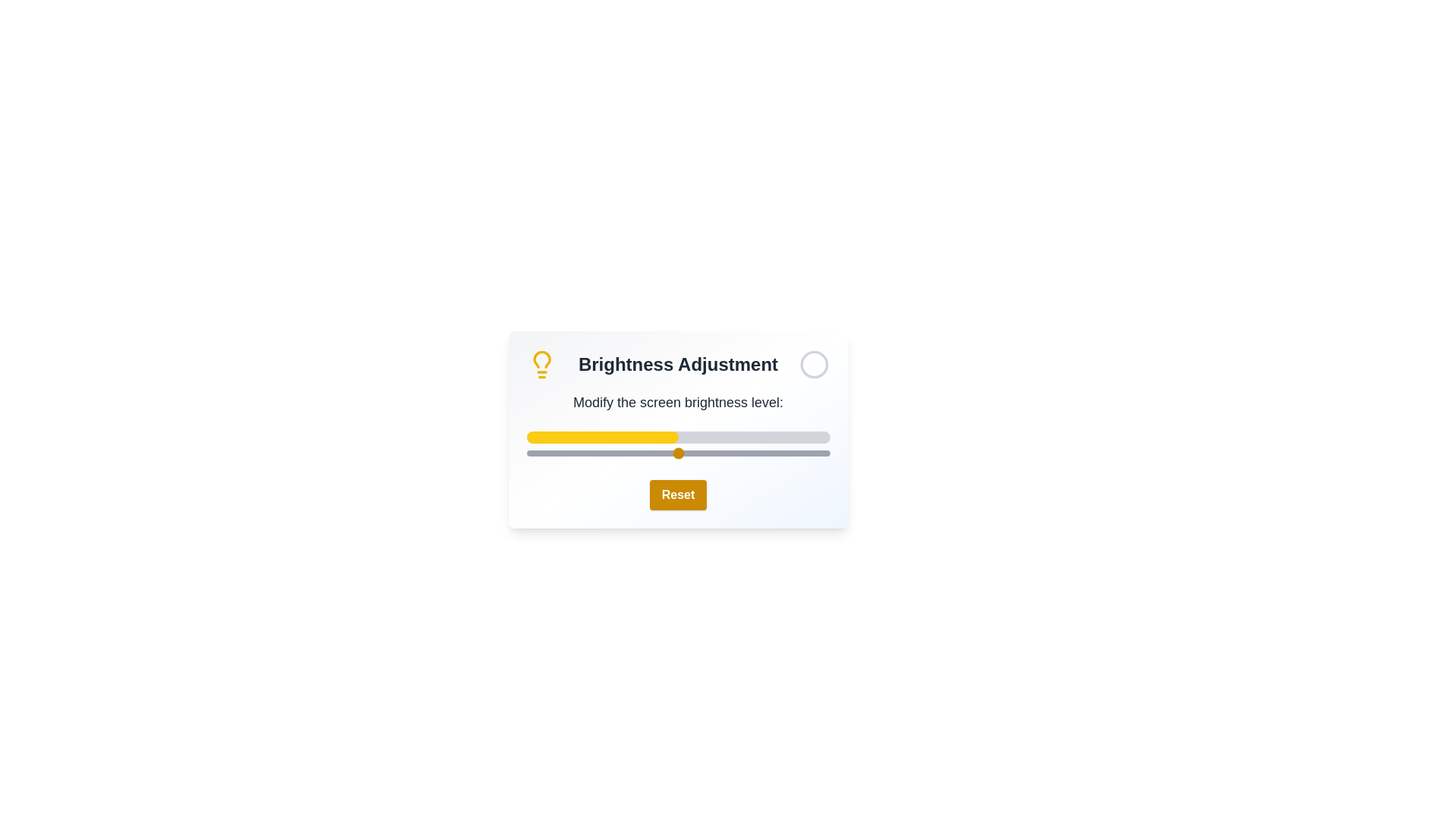 This screenshot has width=1456, height=819. I want to click on the brightness slider to 0%, so click(526, 452).